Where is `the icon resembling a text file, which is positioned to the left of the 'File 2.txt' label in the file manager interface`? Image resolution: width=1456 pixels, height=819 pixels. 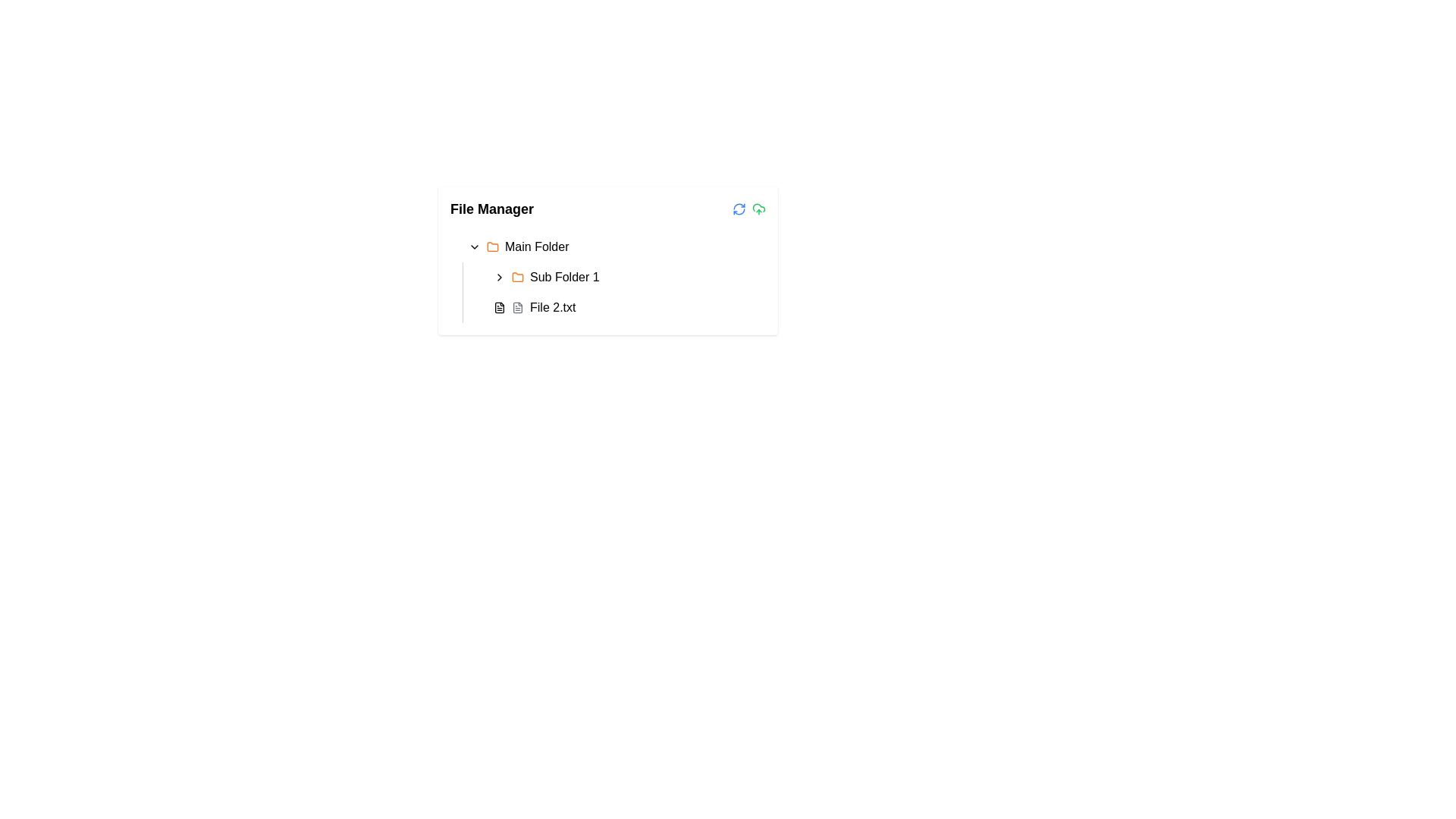 the icon resembling a text file, which is positioned to the left of the 'File 2.txt' label in the file manager interface is located at coordinates (517, 307).